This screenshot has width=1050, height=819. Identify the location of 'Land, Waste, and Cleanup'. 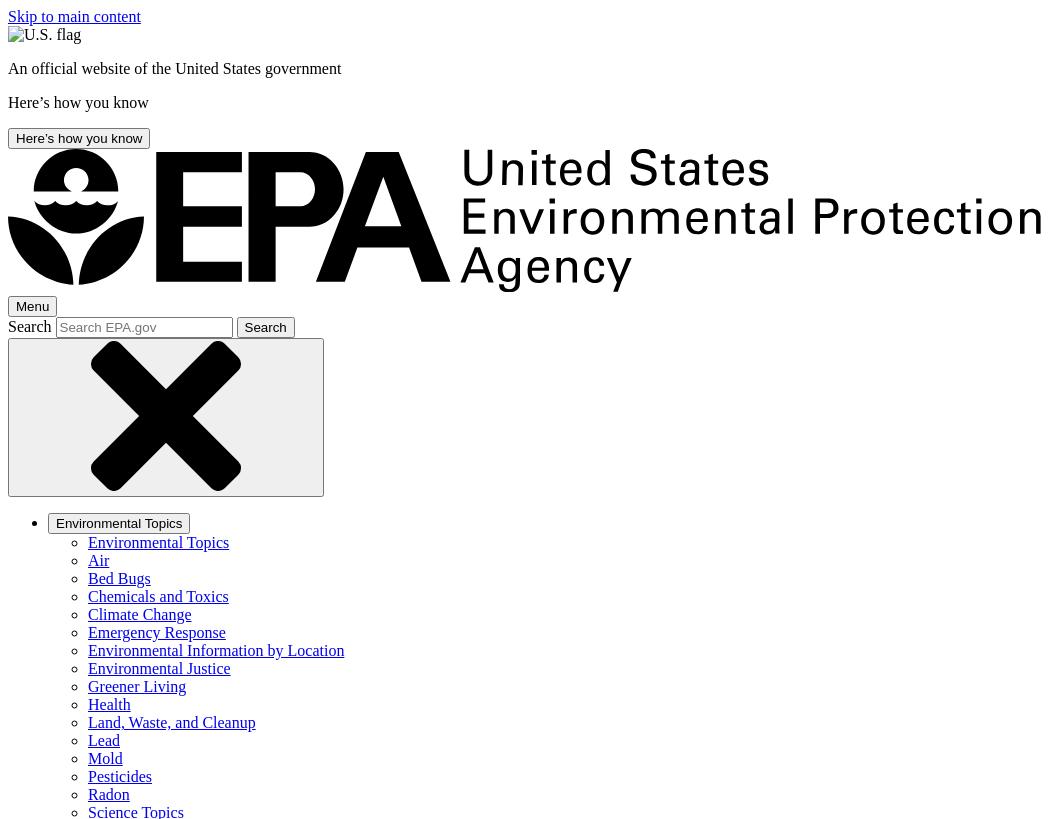
(171, 721).